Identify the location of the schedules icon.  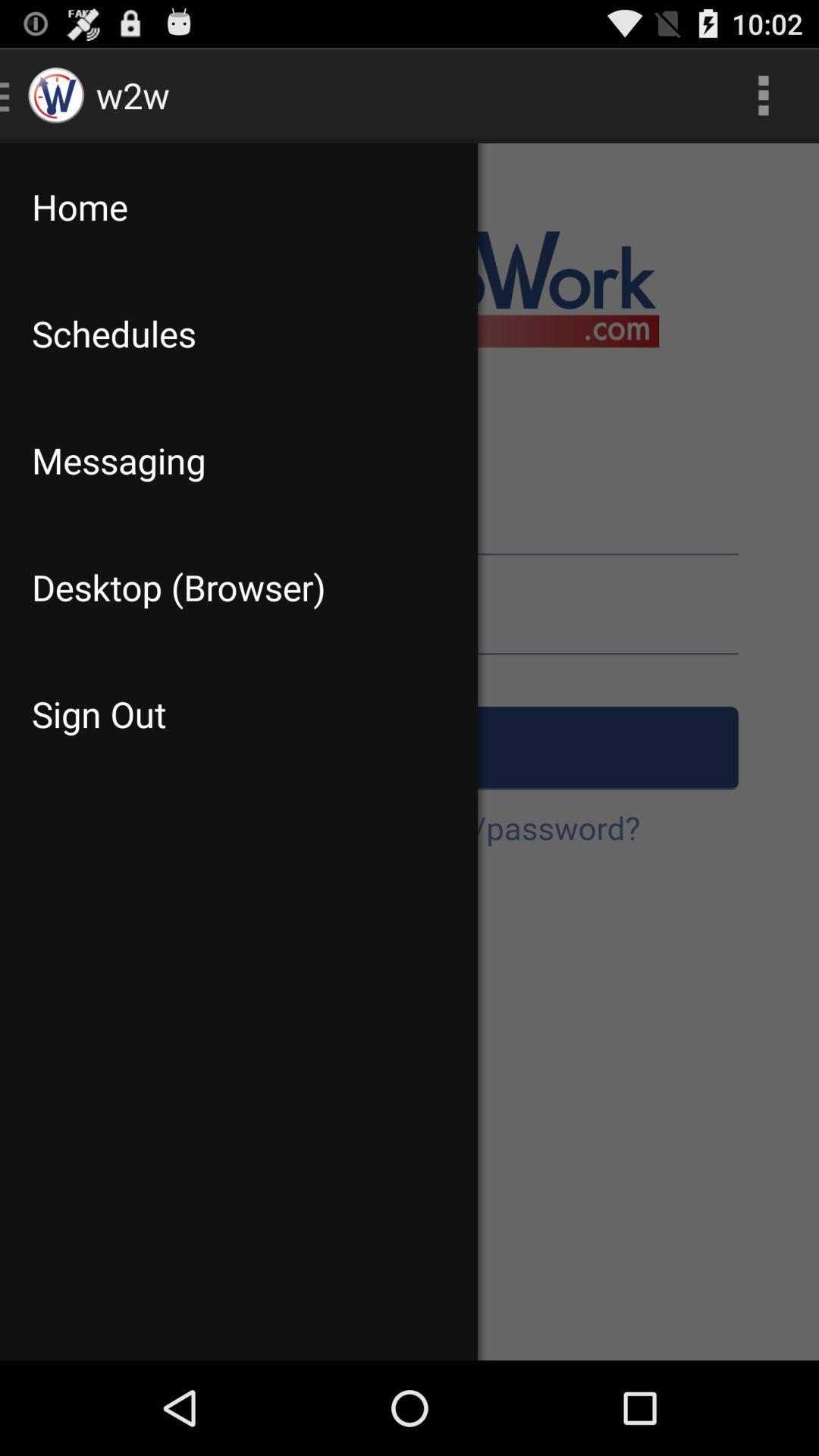
(239, 333).